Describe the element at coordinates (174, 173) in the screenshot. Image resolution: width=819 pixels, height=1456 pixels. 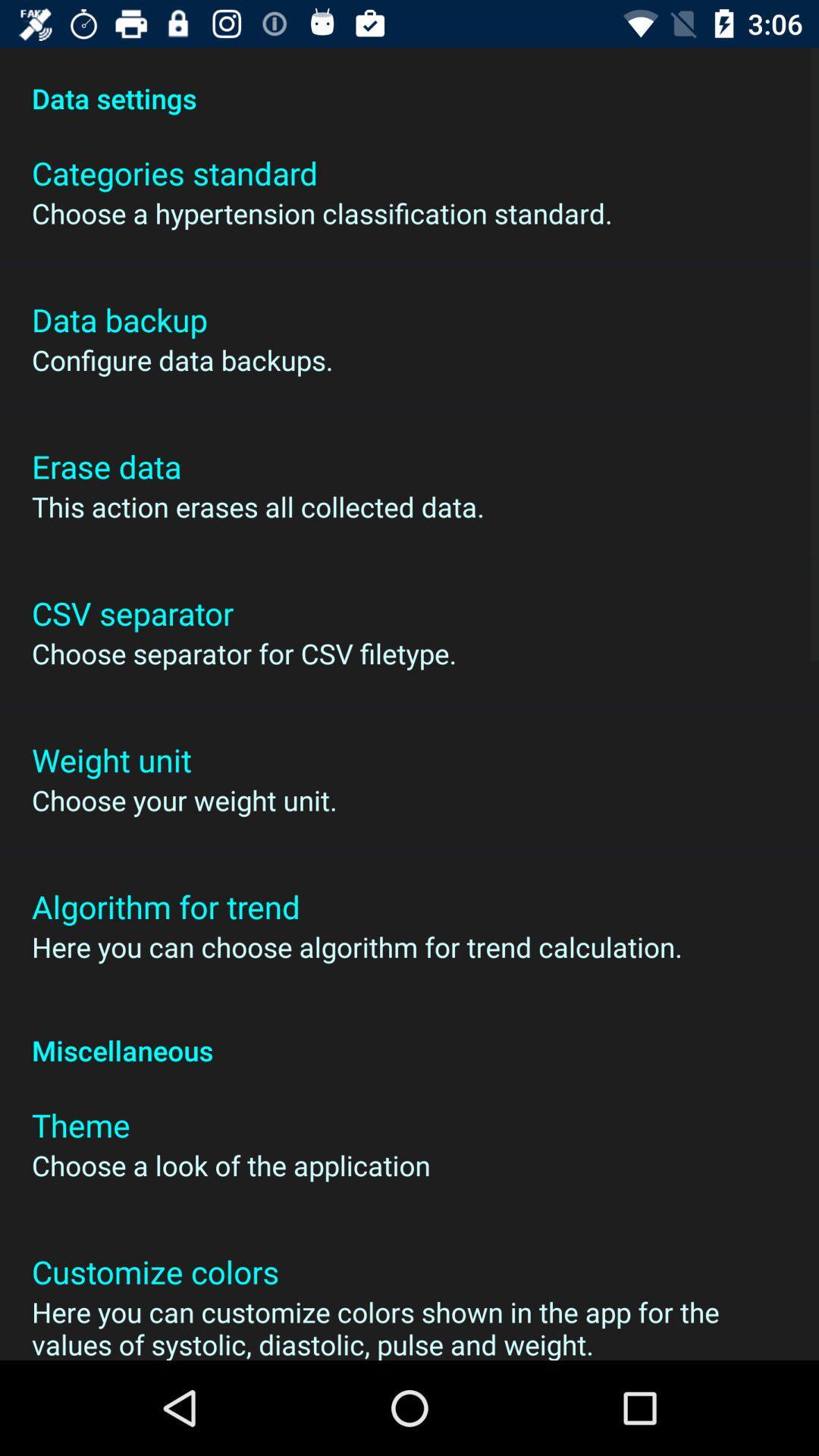
I see `the icon below data settings item` at that location.